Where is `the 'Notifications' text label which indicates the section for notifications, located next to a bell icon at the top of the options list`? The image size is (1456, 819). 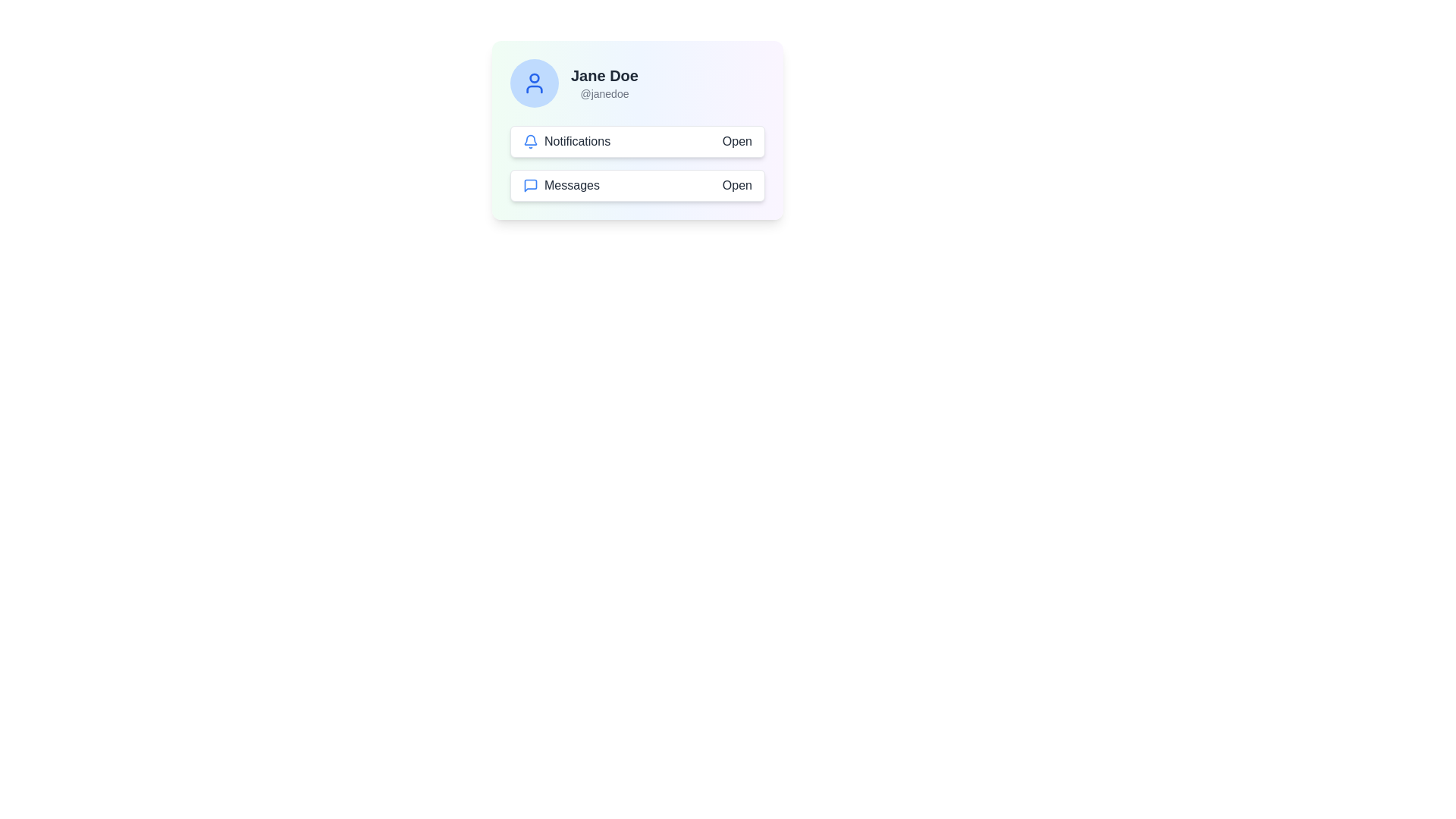 the 'Notifications' text label which indicates the section for notifications, located next to a bell icon at the top of the options list is located at coordinates (576, 141).